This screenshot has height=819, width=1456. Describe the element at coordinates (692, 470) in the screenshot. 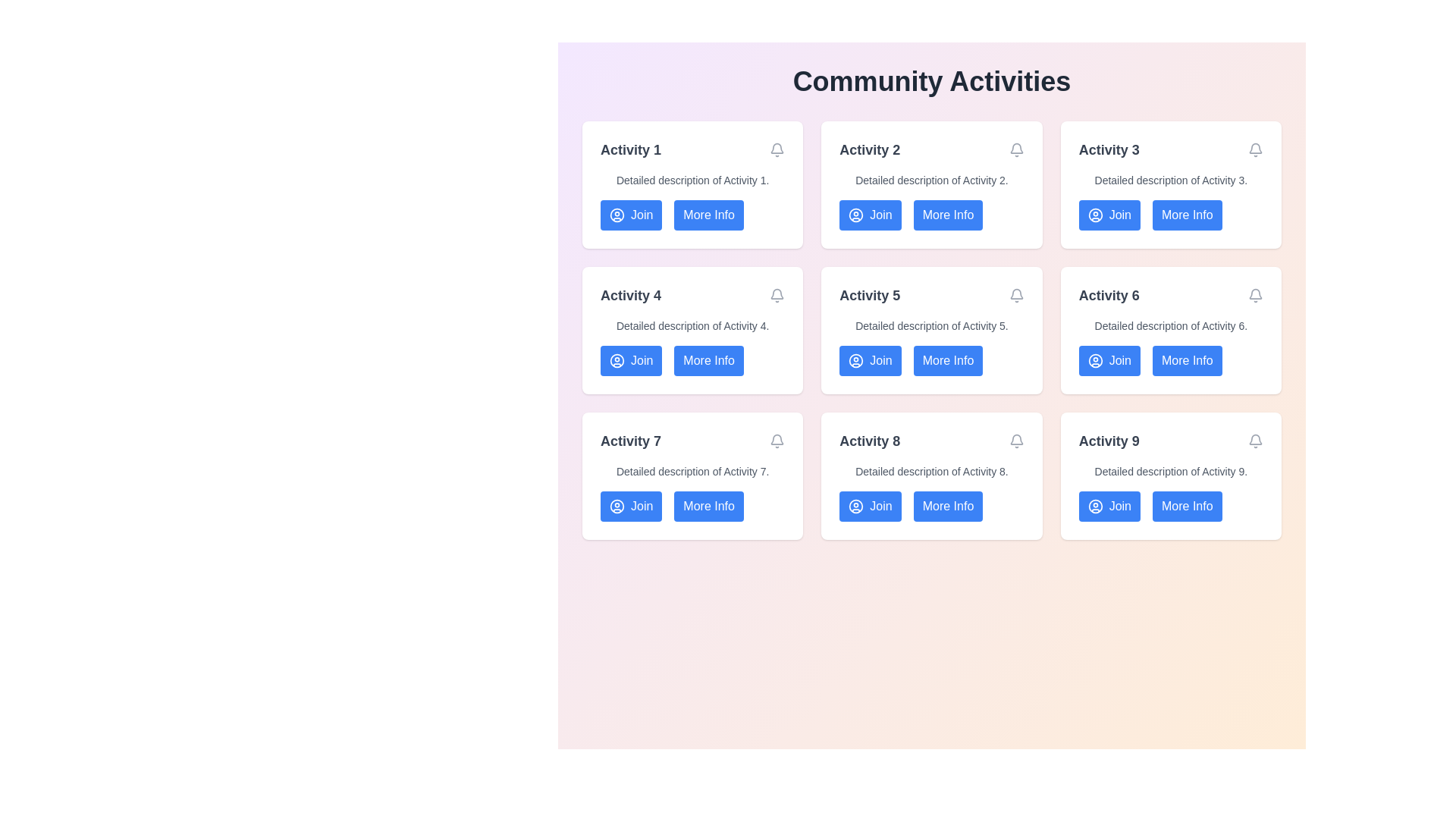

I see `the static text element displaying 'Detailed description of Activity 7.' which is located under the title 'Activity 7' within the white card` at that location.